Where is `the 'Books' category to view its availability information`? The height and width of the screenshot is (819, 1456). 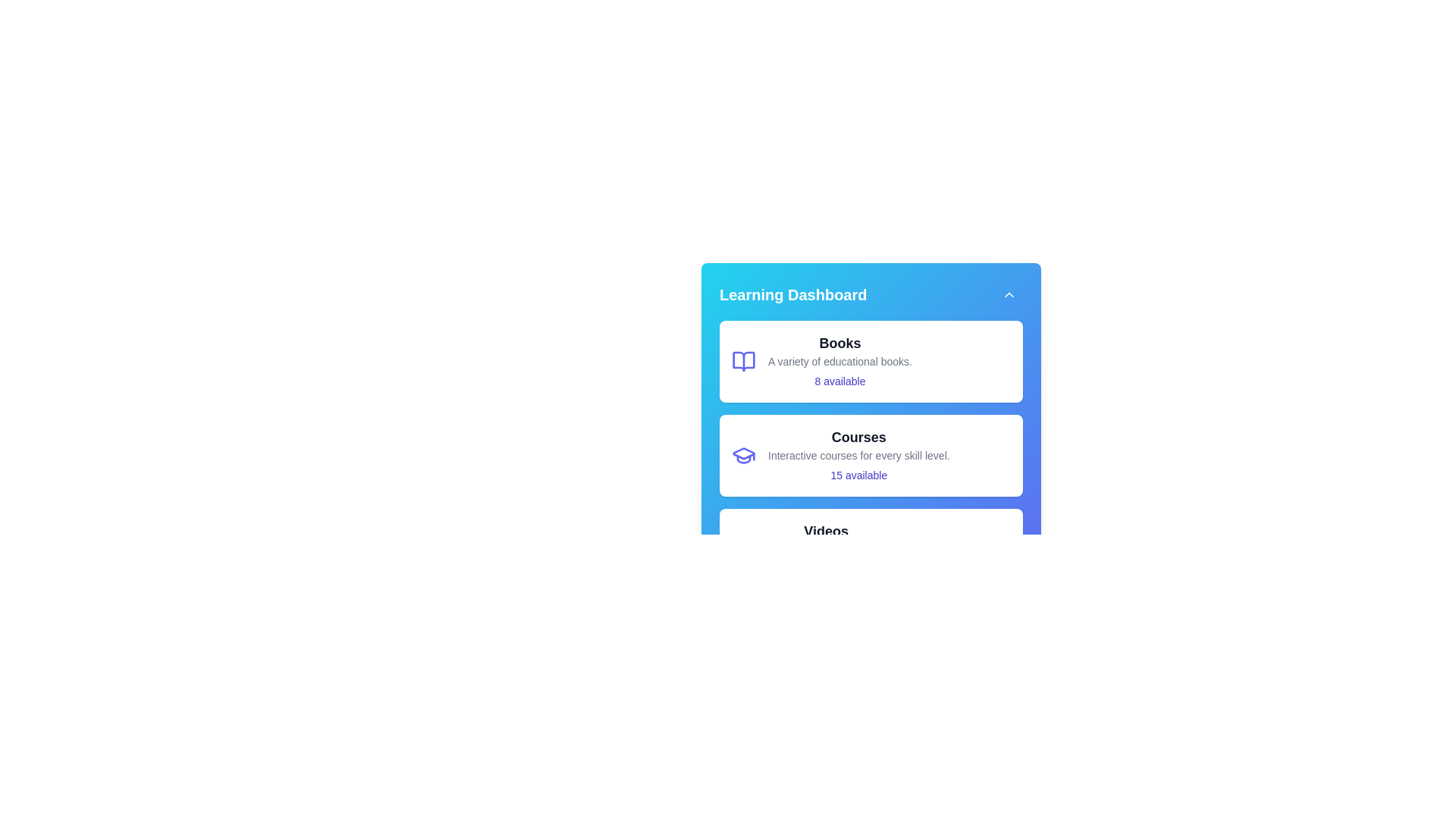 the 'Books' category to view its availability information is located at coordinates (839, 362).